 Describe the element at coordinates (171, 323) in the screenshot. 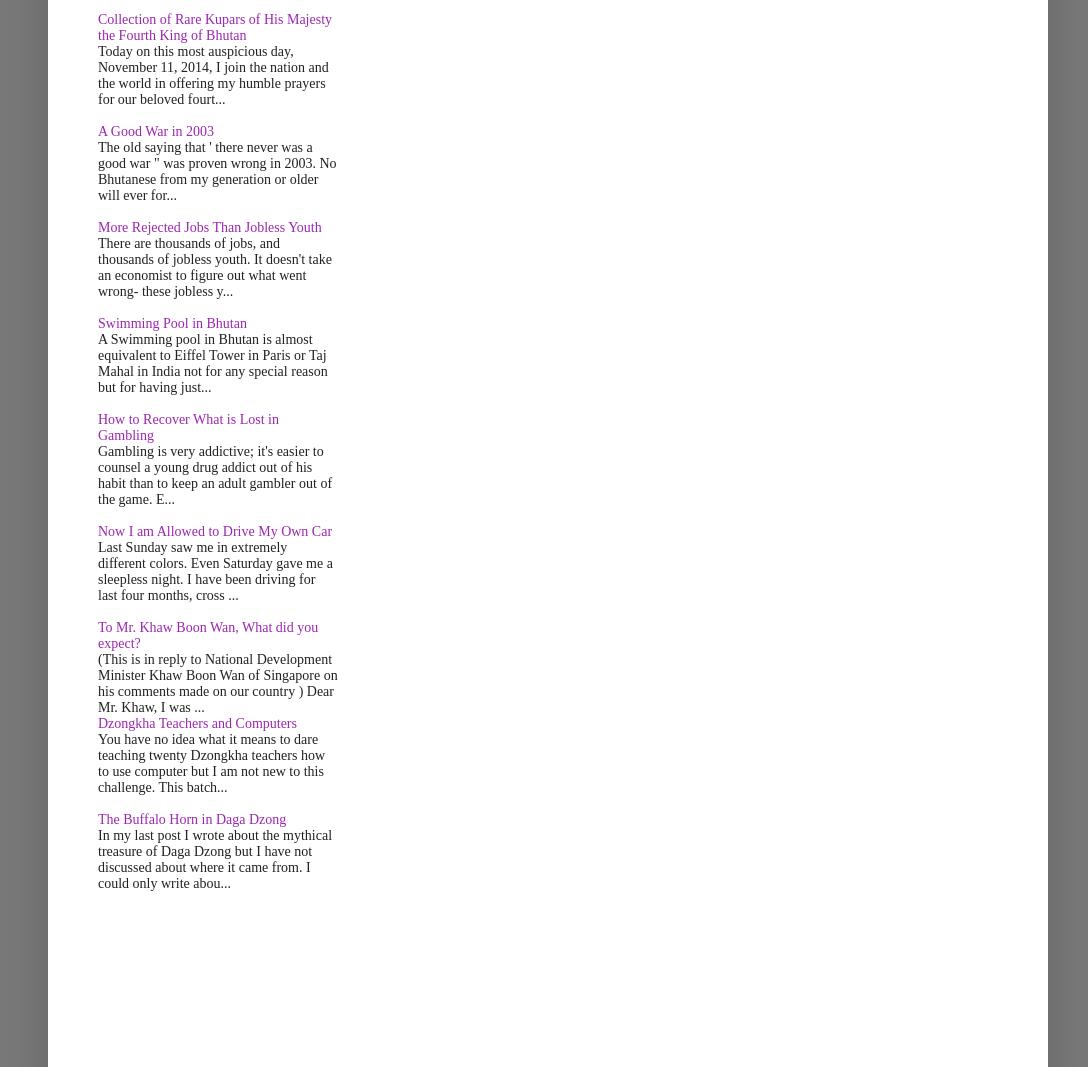

I see `'Swimming Pool in Bhutan'` at that location.